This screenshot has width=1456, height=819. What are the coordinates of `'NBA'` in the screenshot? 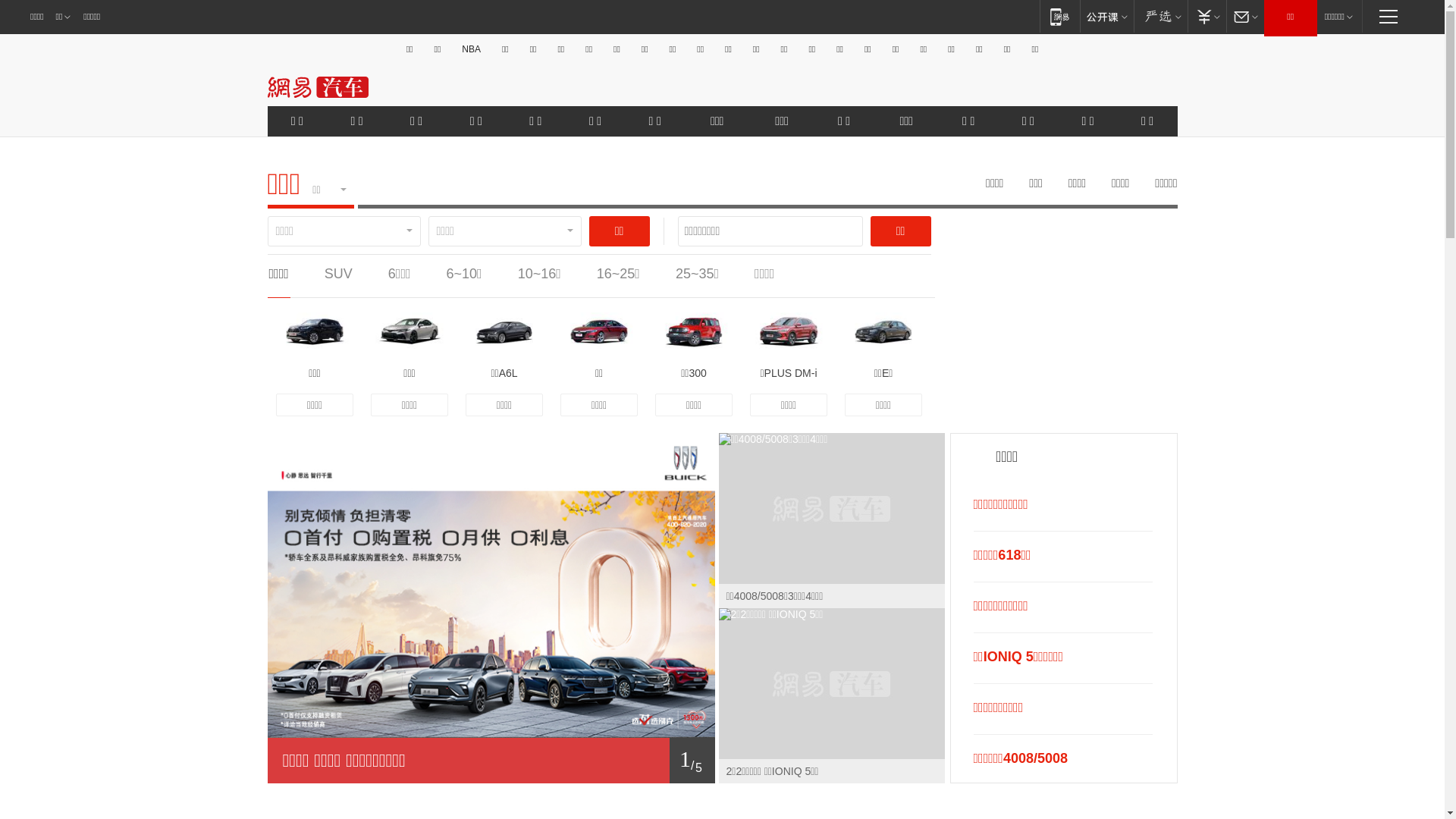 It's located at (470, 49).